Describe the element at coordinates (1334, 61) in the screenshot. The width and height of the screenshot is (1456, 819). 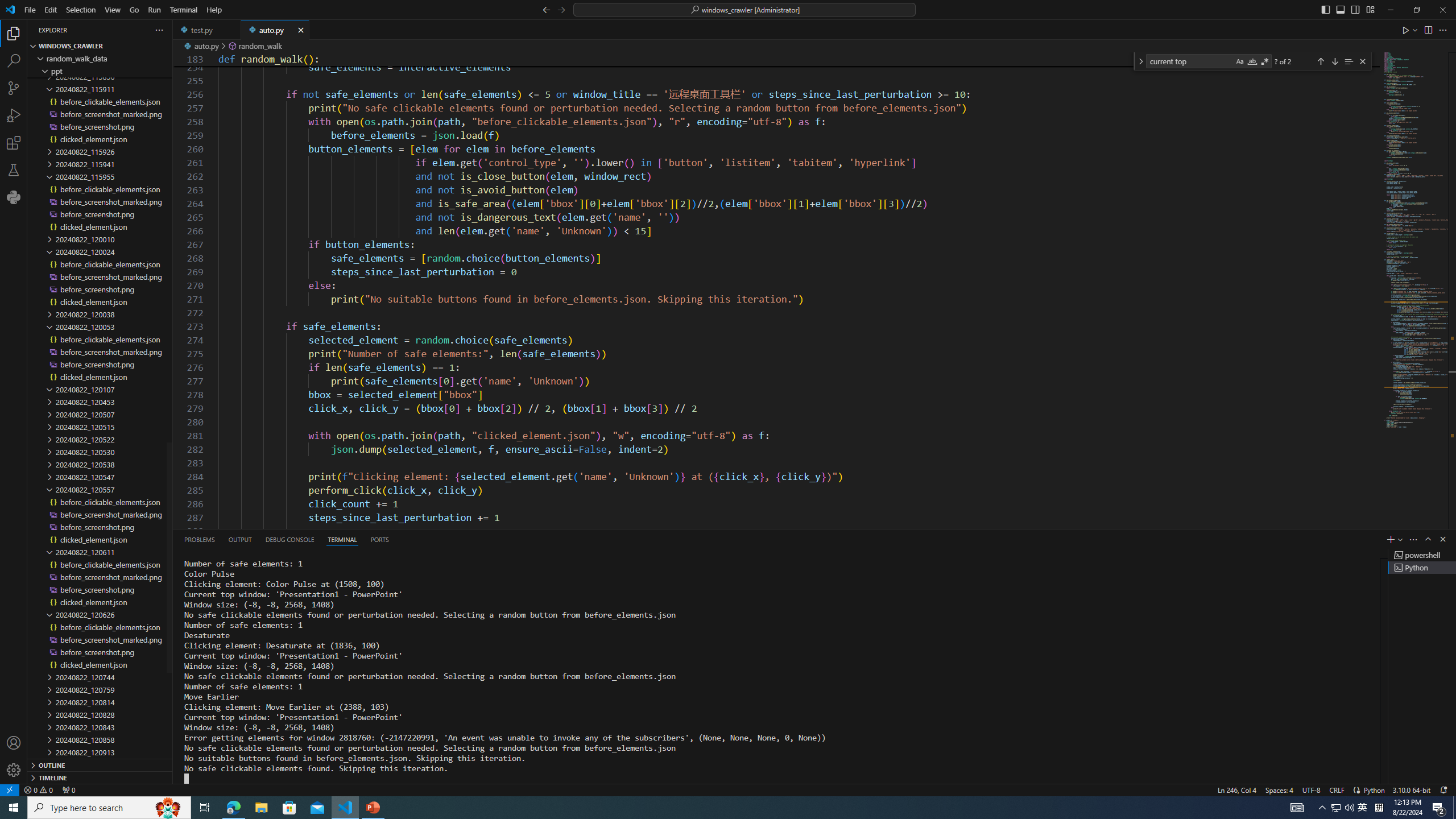
I see `'Next Match (Enter)'` at that location.